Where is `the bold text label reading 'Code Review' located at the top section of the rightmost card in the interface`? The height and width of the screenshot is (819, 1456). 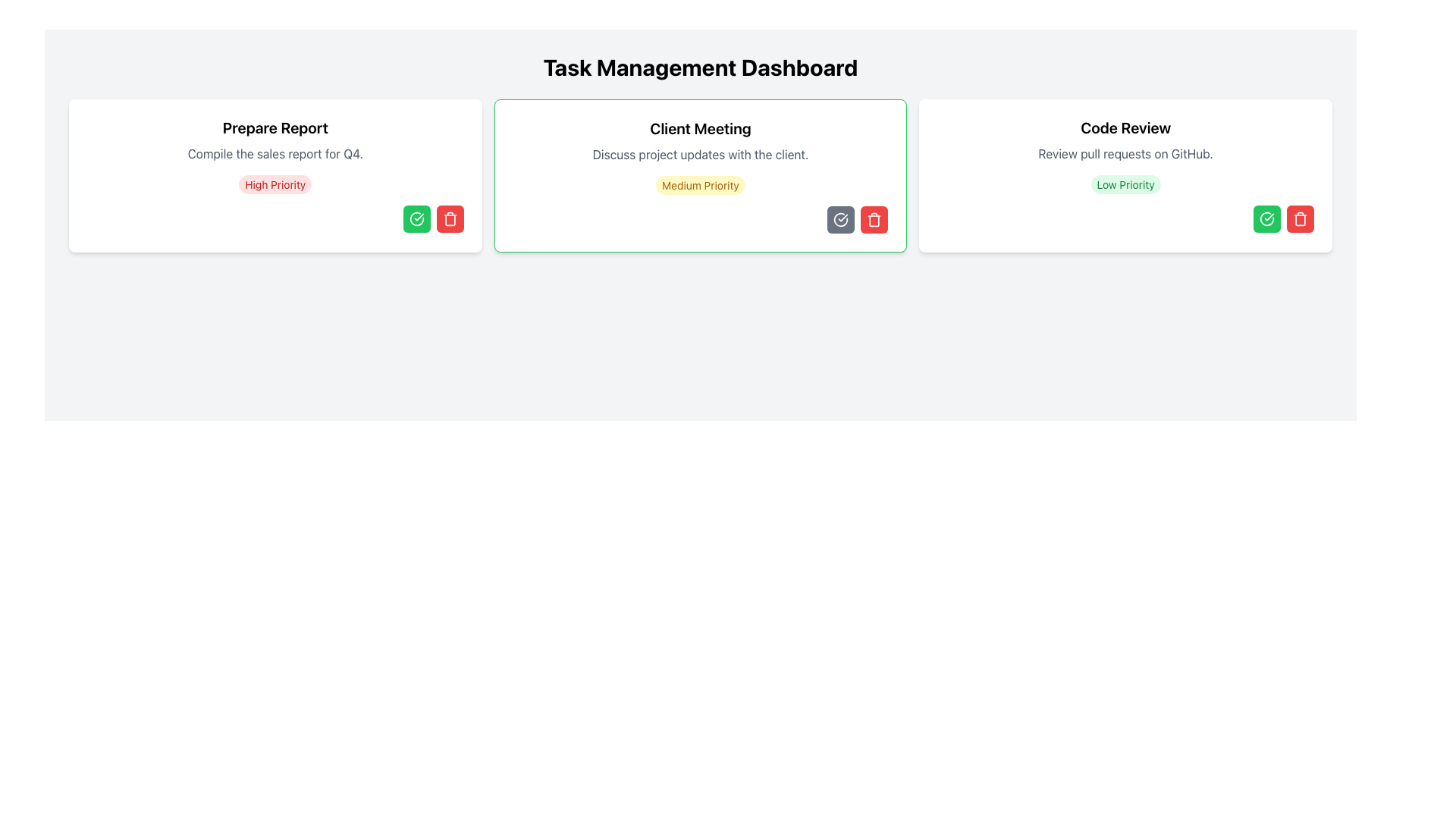
the bold text label reading 'Code Review' located at the top section of the rightmost card in the interface is located at coordinates (1125, 127).